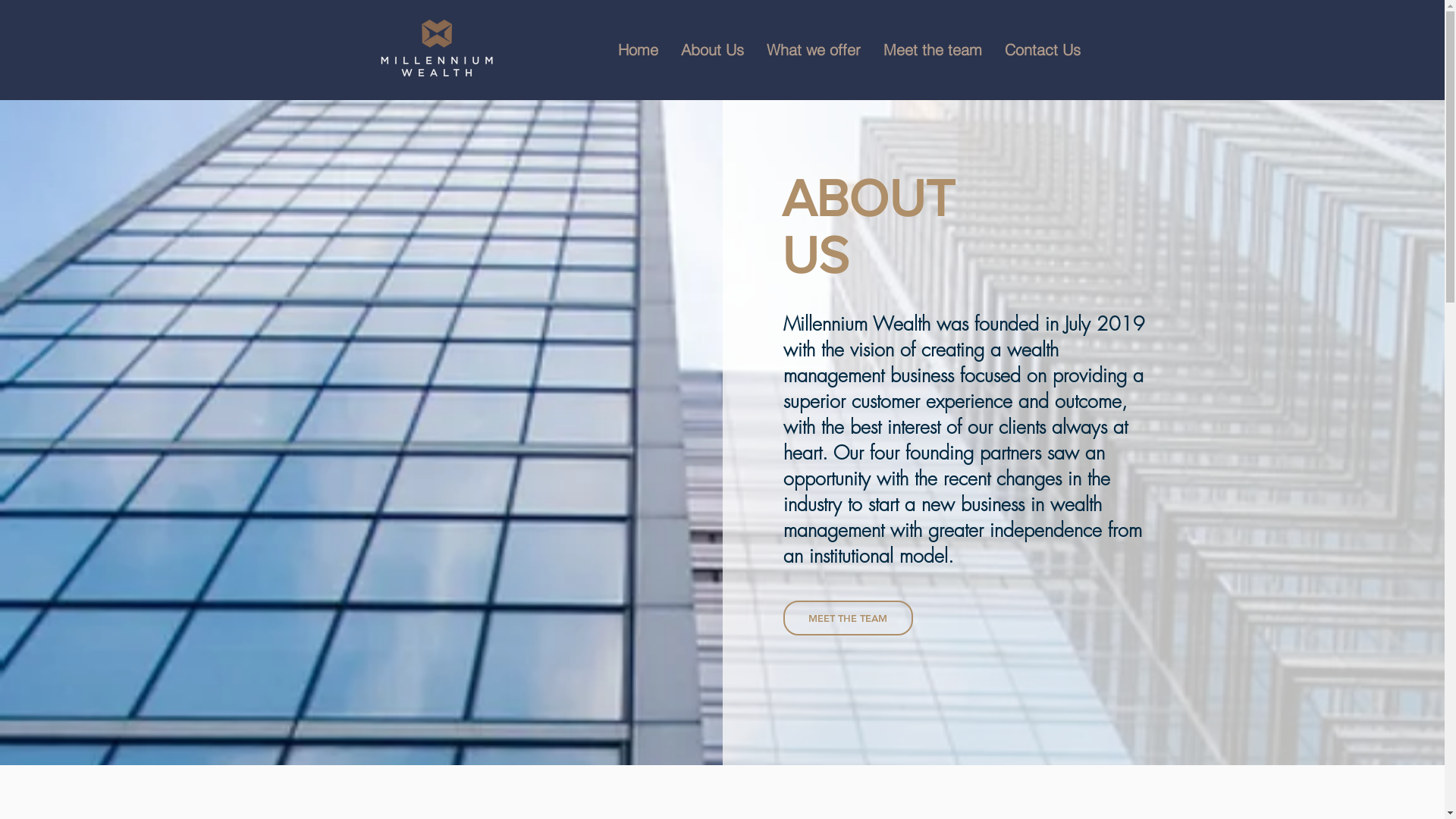  I want to click on 'What we offer', so click(813, 49).